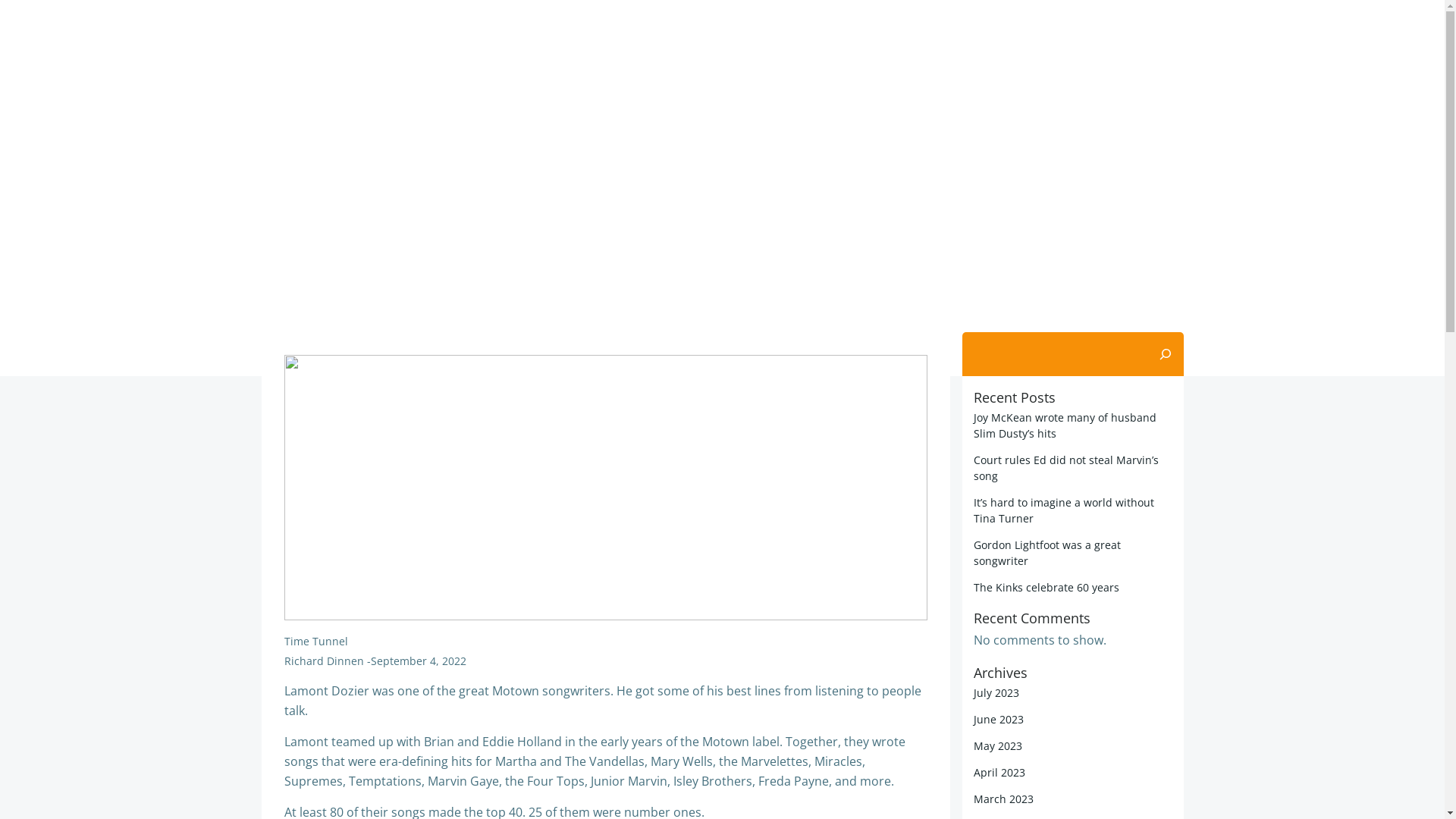 Image resolution: width=1456 pixels, height=819 pixels. Describe the element at coordinates (997, 745) in the screenshot. I see `'May 2023'` at that location.